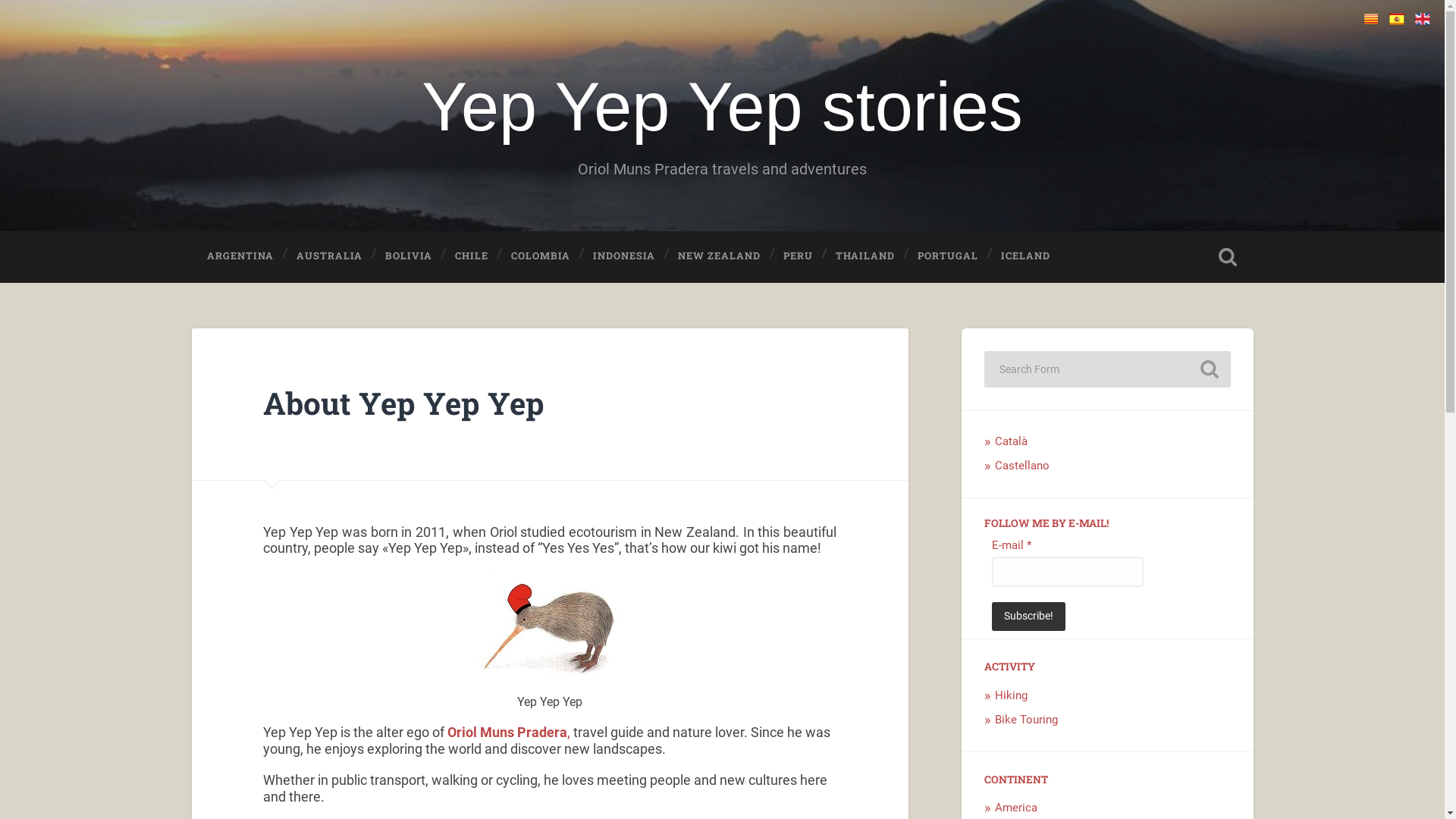 The width and height of the screenshot is (1456, 819). What do you see at coordinates (1028, 617) in the screenshot?
I see `'Subscribe!'` at bounding box center [1028, 617].